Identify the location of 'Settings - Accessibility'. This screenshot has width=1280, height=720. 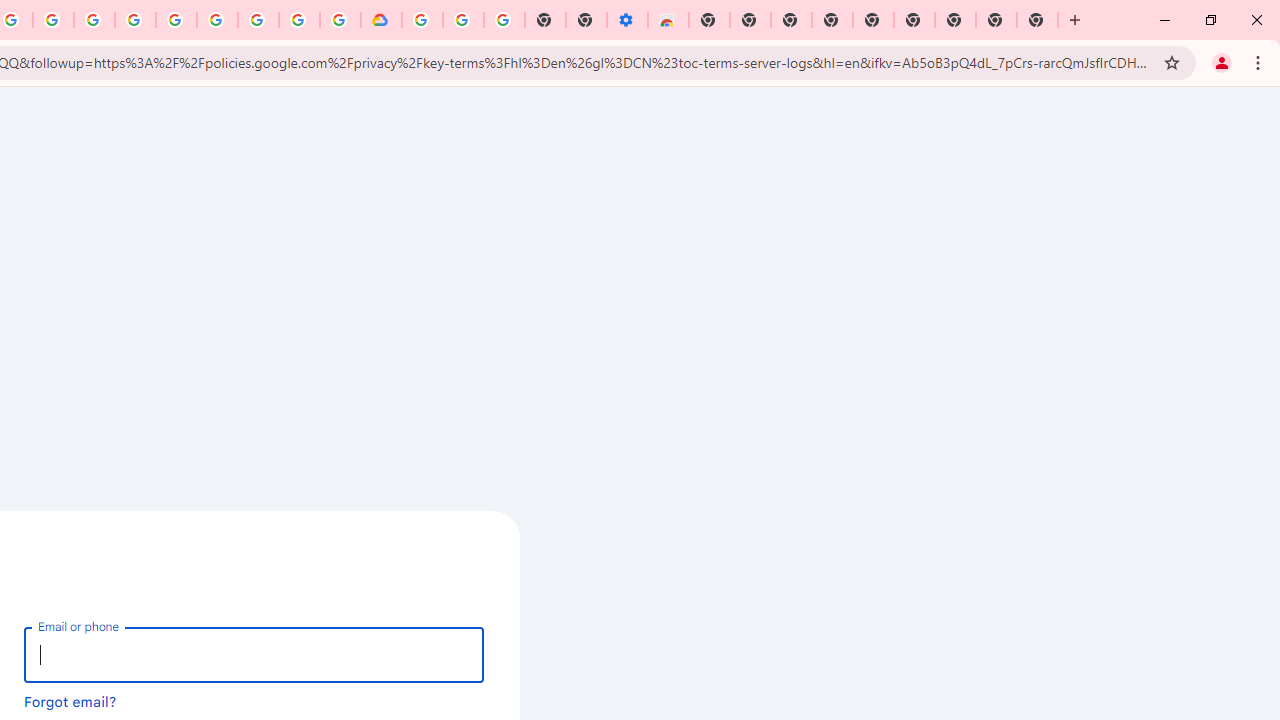
(626, 20).